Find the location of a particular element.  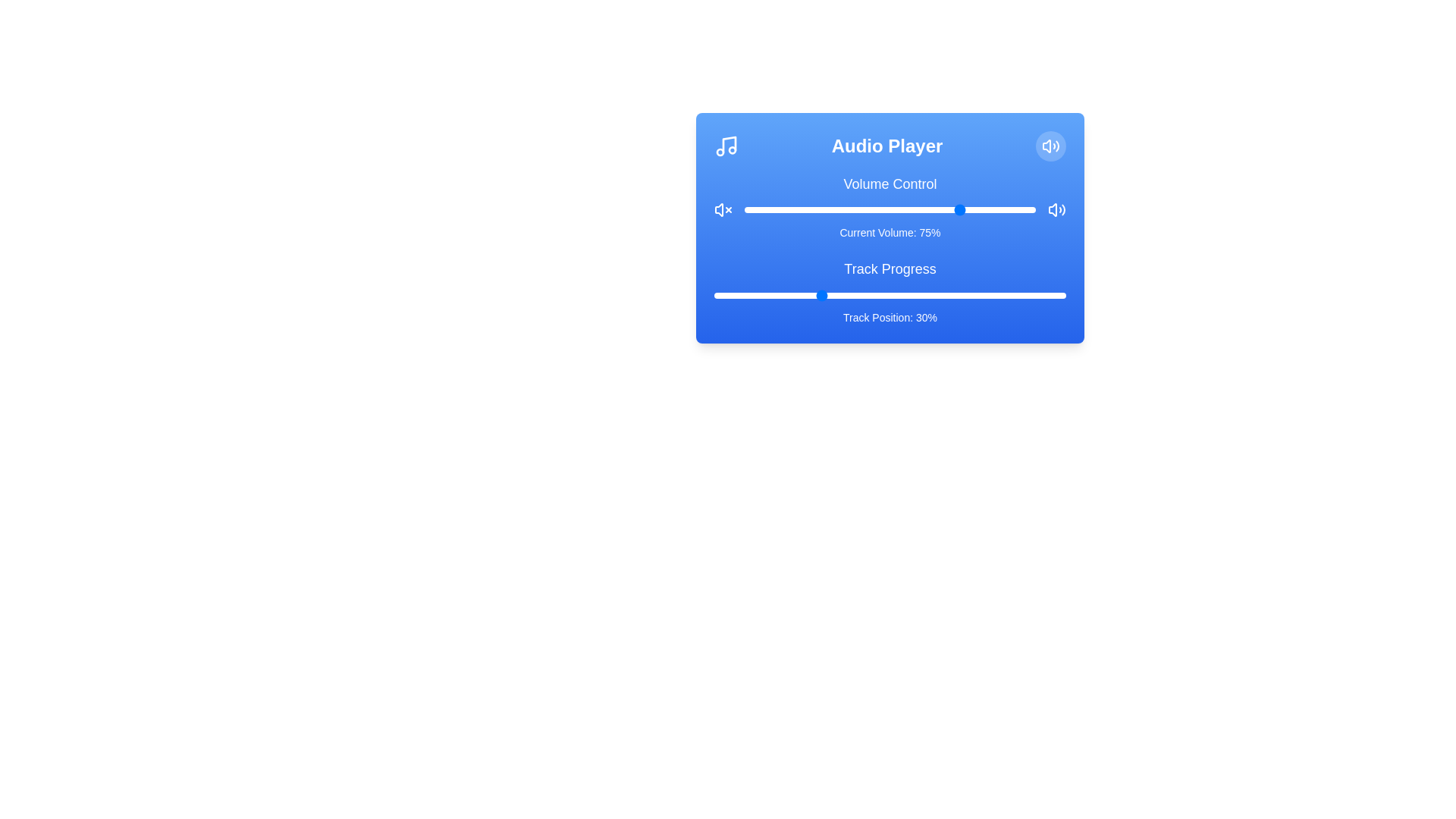

volume is located at coordinates (747, 207).